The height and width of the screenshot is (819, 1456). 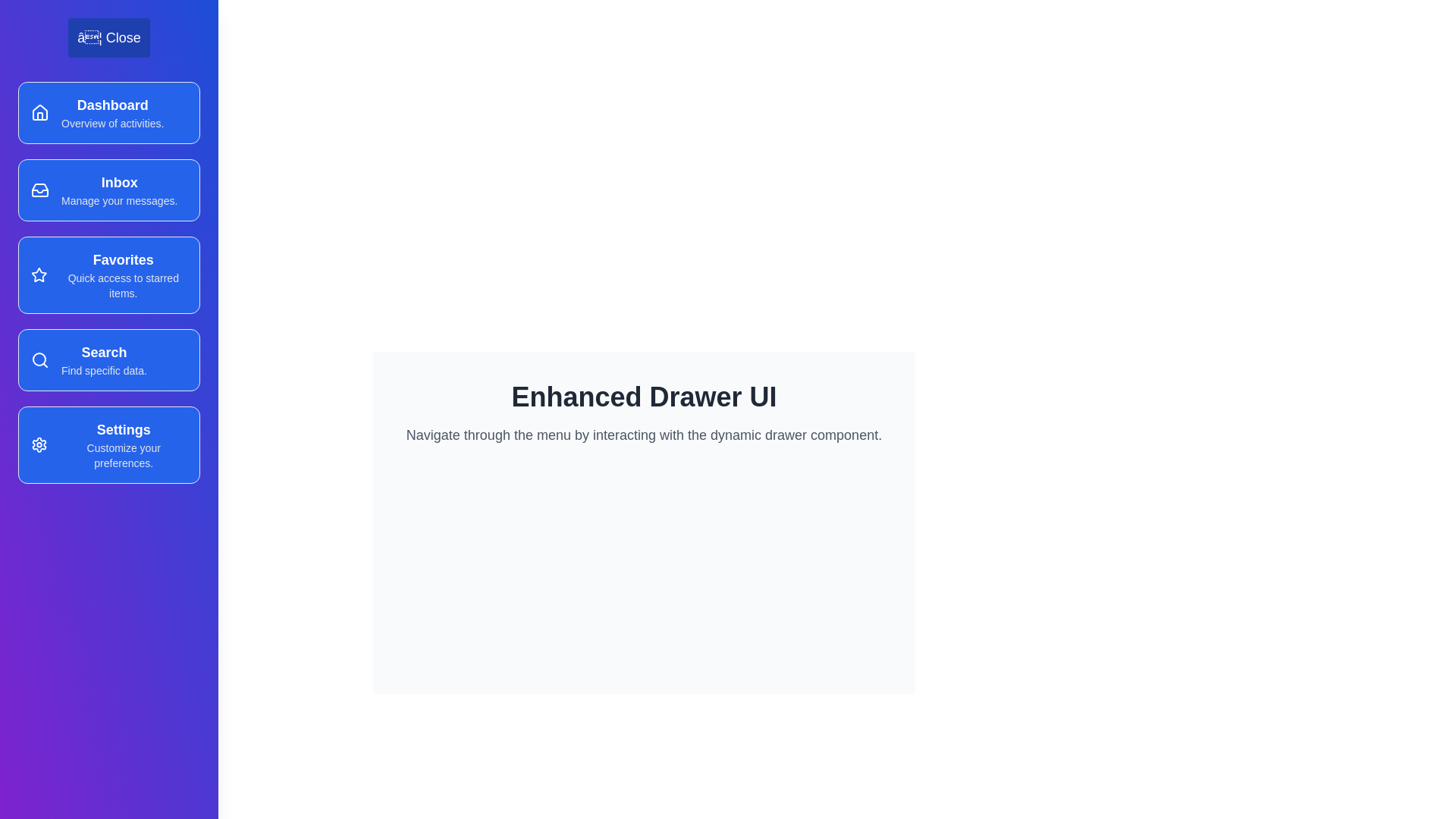 I want to click on the menu item Search, so click(x=108, y=359).